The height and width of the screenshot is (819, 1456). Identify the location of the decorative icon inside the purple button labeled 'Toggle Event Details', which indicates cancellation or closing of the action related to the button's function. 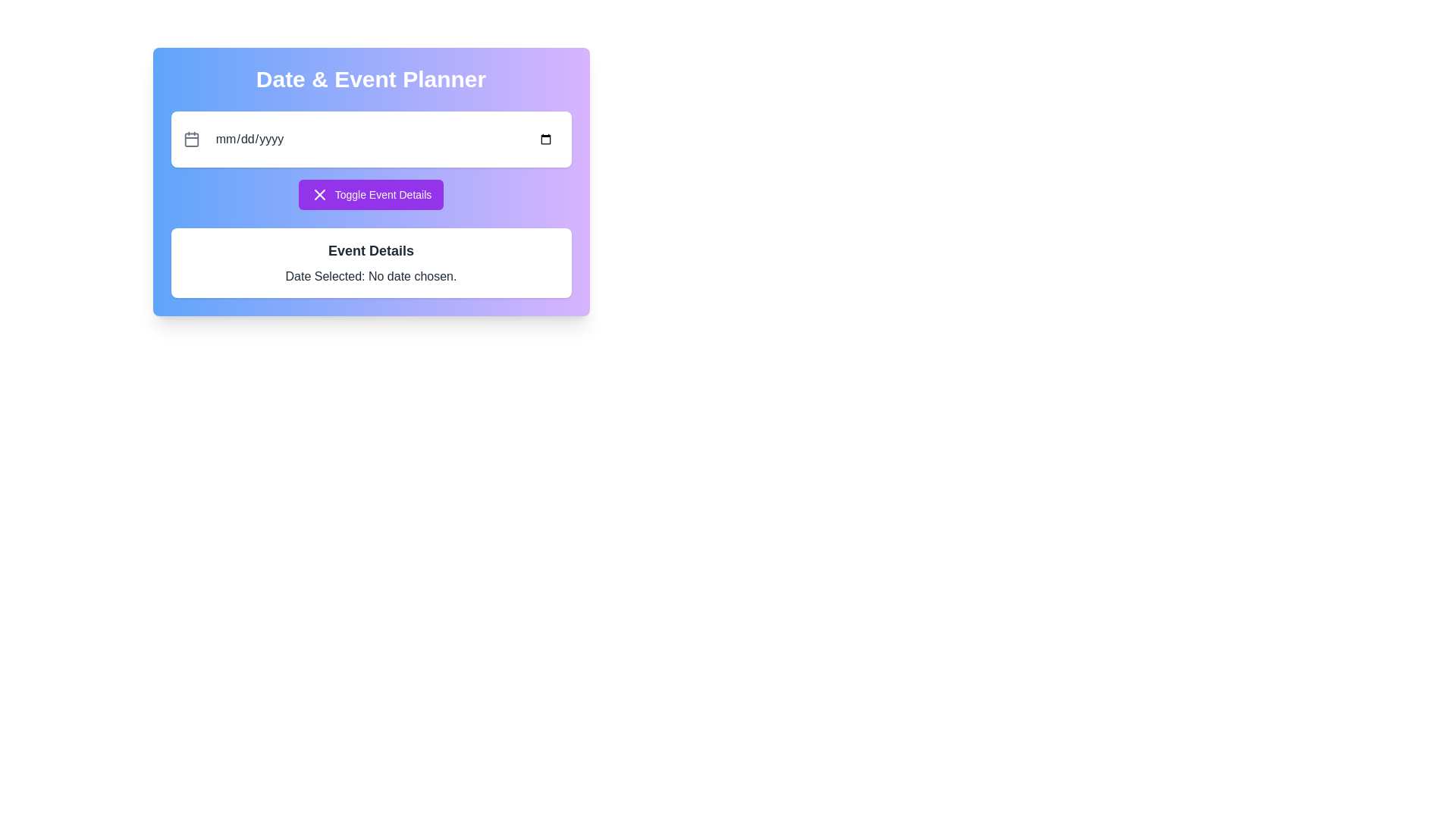
(318, 194).